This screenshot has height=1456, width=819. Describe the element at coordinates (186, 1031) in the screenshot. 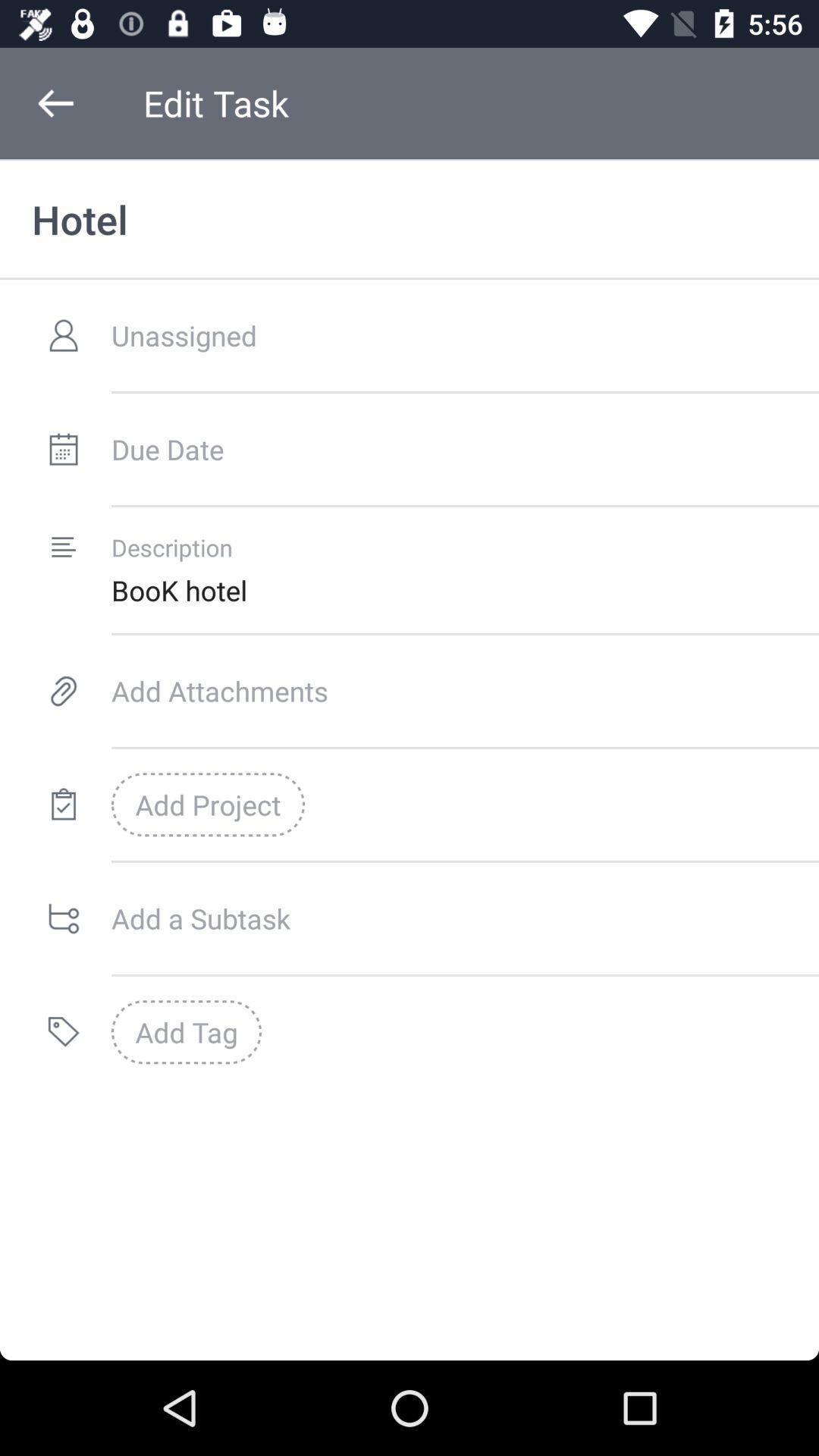

I see `add tag item` at that location.